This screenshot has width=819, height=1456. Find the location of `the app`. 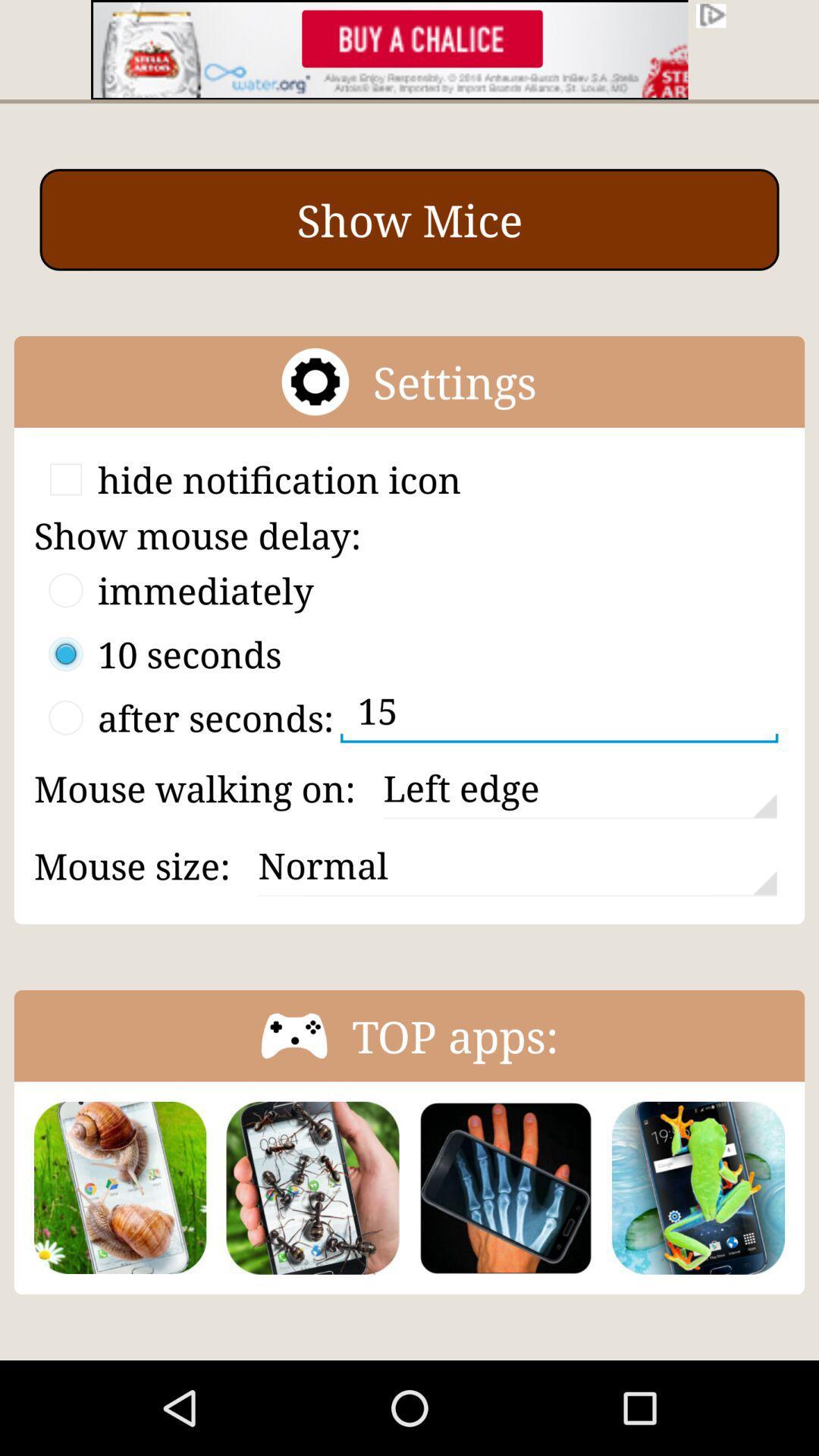

the app is located at coordinates (698, 1187).